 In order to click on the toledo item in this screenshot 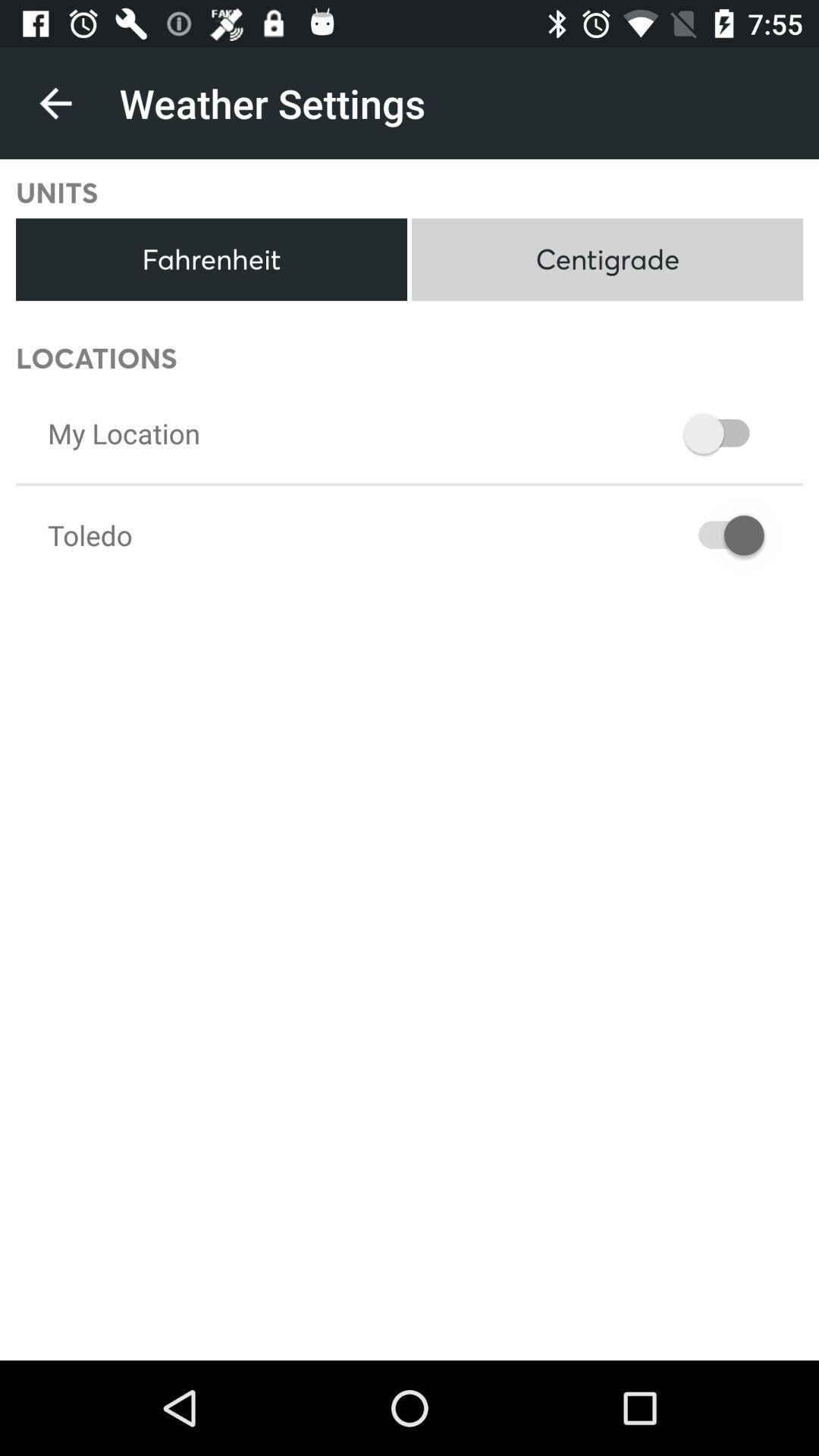, I will do `click(89, 535)`.